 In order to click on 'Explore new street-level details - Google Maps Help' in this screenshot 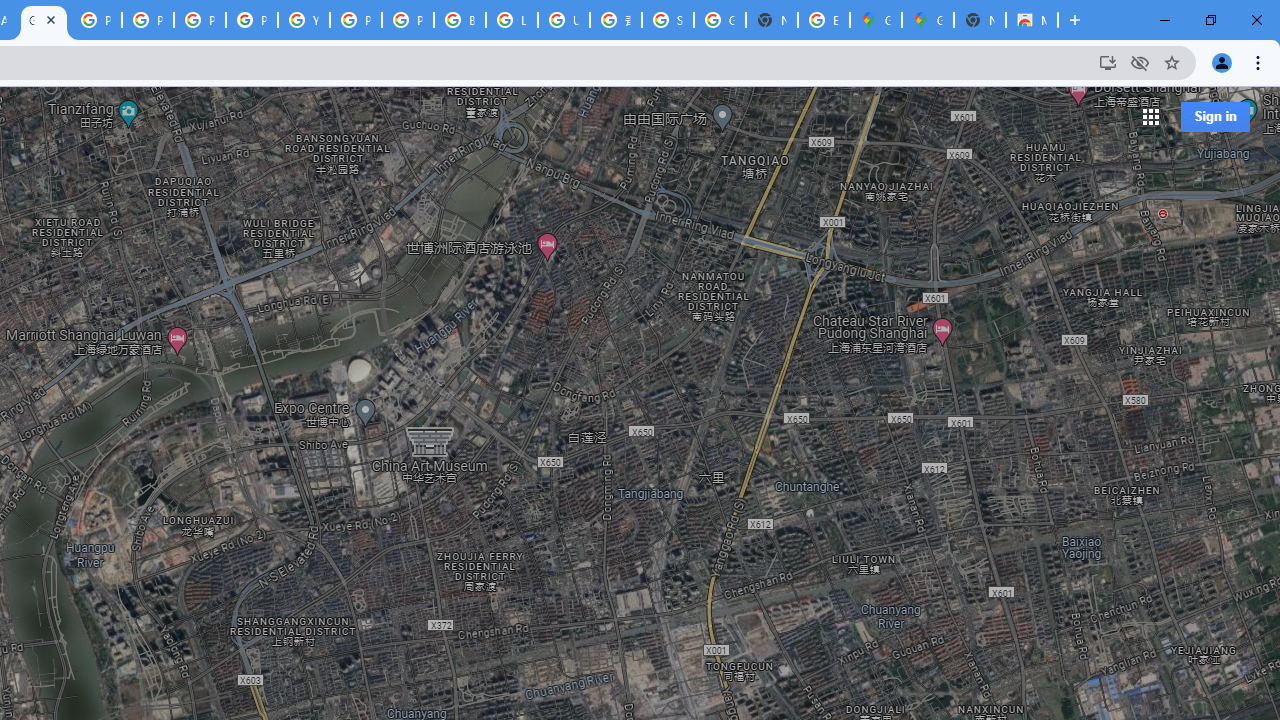, I will do `click(823, 20)`.